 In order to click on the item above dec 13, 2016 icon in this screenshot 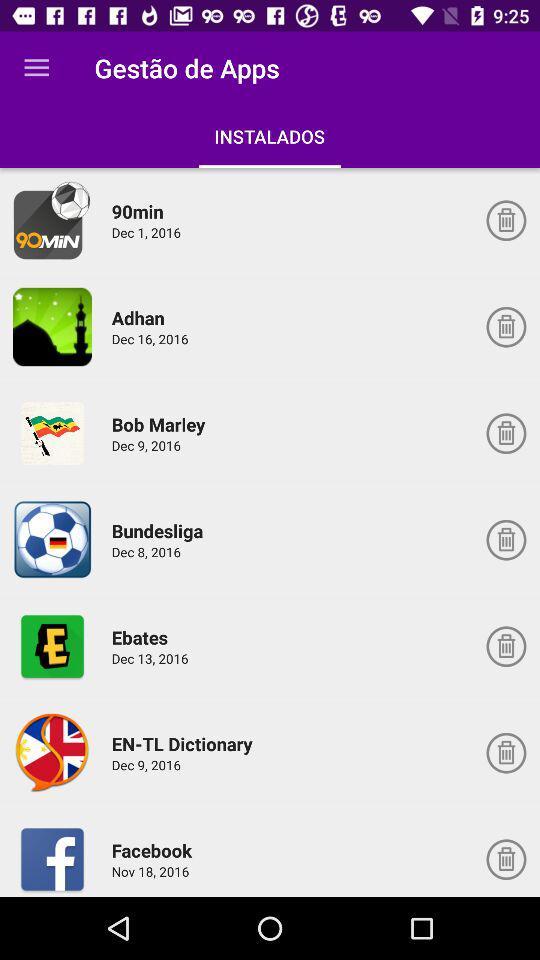, I will do `click(142, 636)`.